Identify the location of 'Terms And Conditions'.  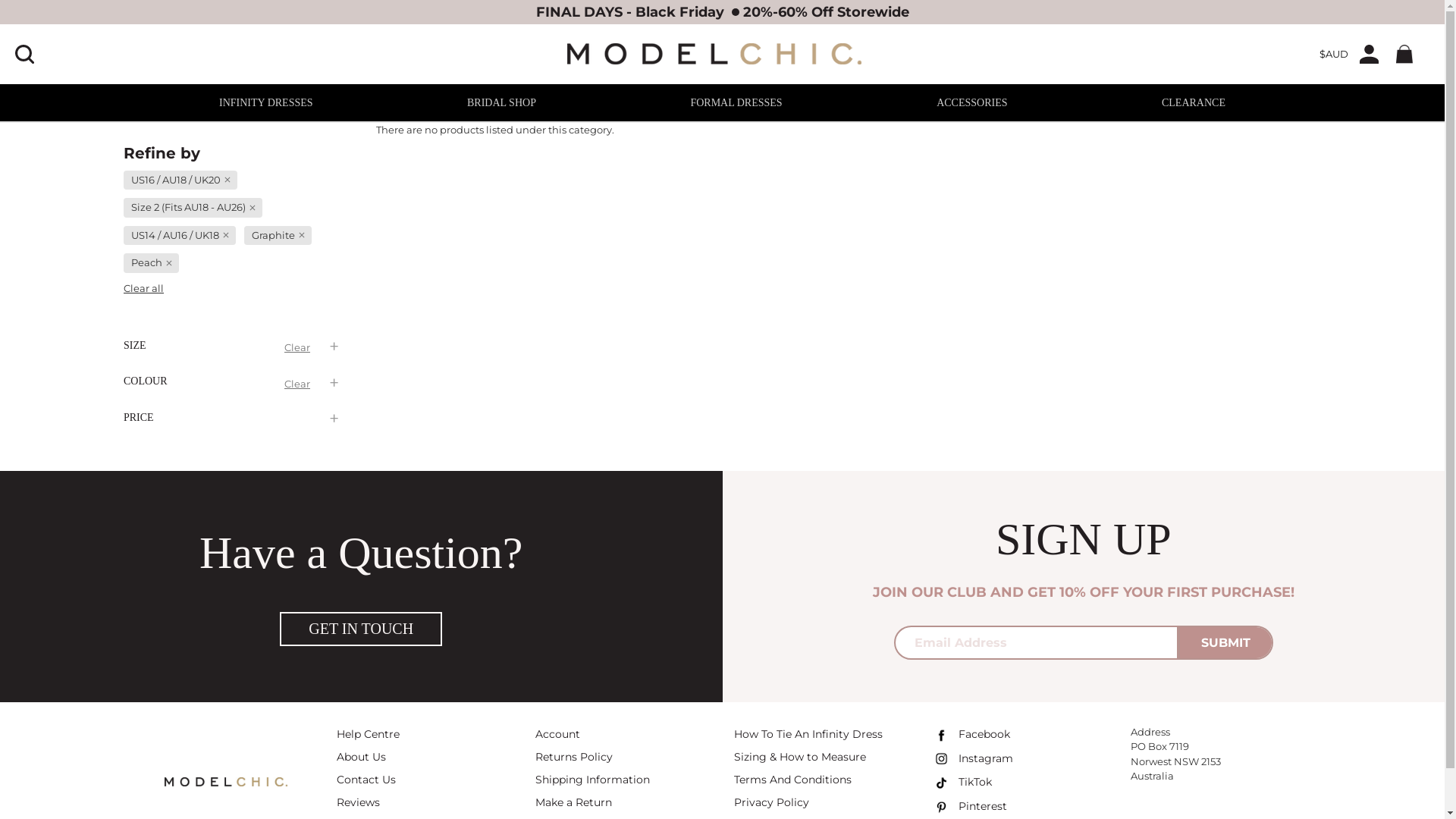
(792, 781).